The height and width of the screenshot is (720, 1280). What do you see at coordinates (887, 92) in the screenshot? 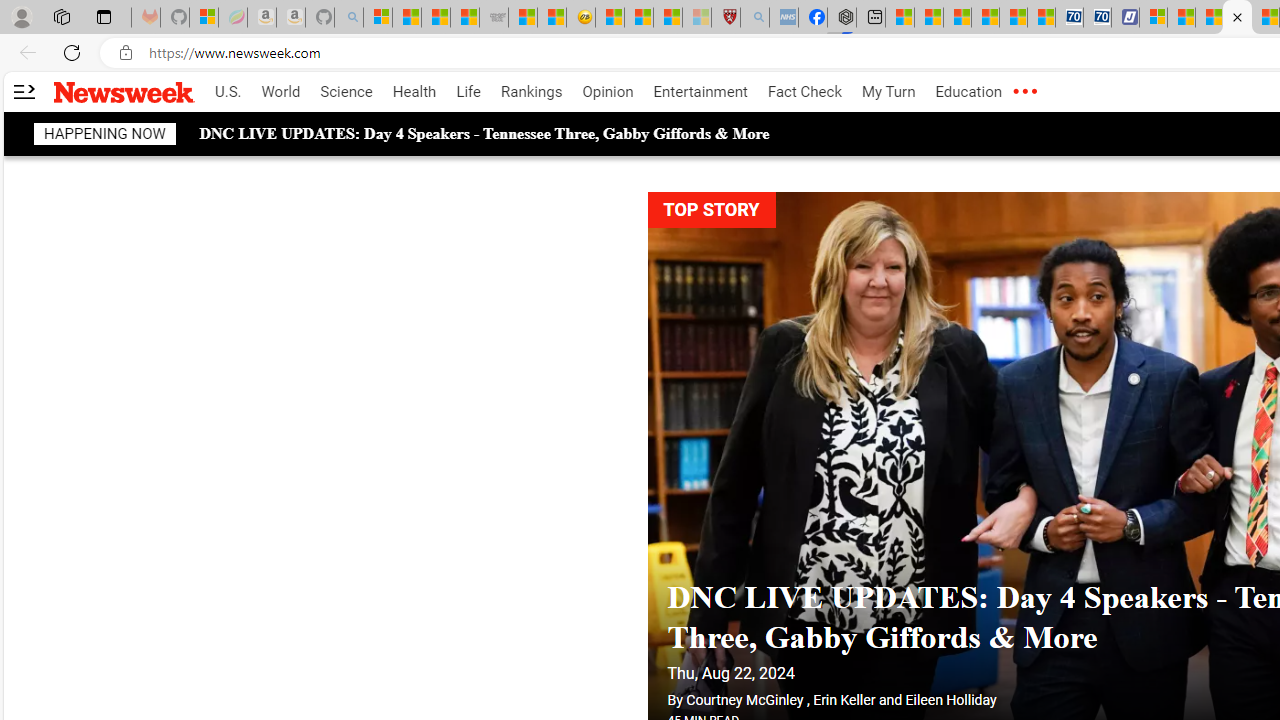
I see `'My Turn'` at bounding box center [887, 92].